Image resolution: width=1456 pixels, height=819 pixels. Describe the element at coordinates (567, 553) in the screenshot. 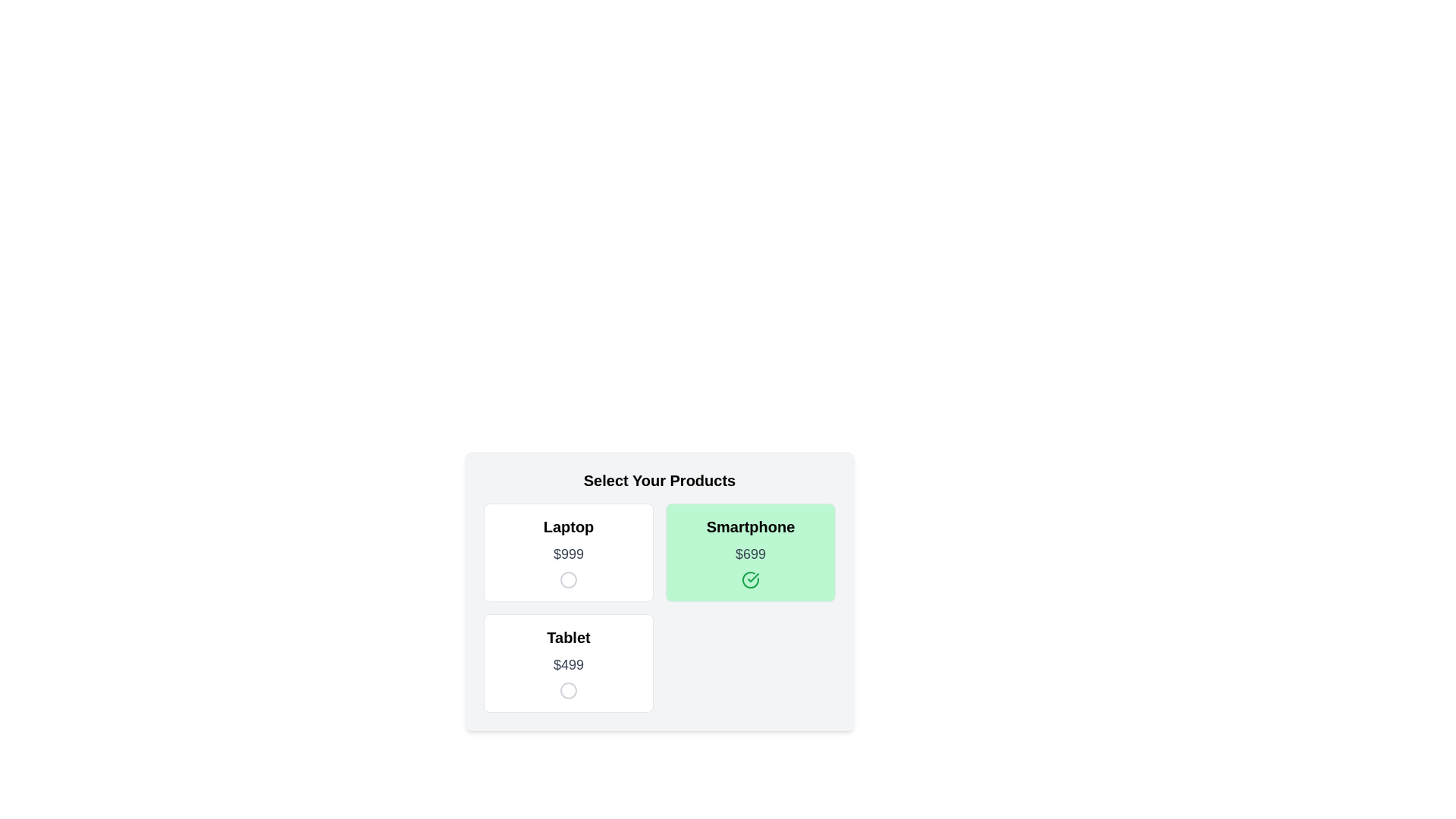

I see `the product card for Laptop` at that location.